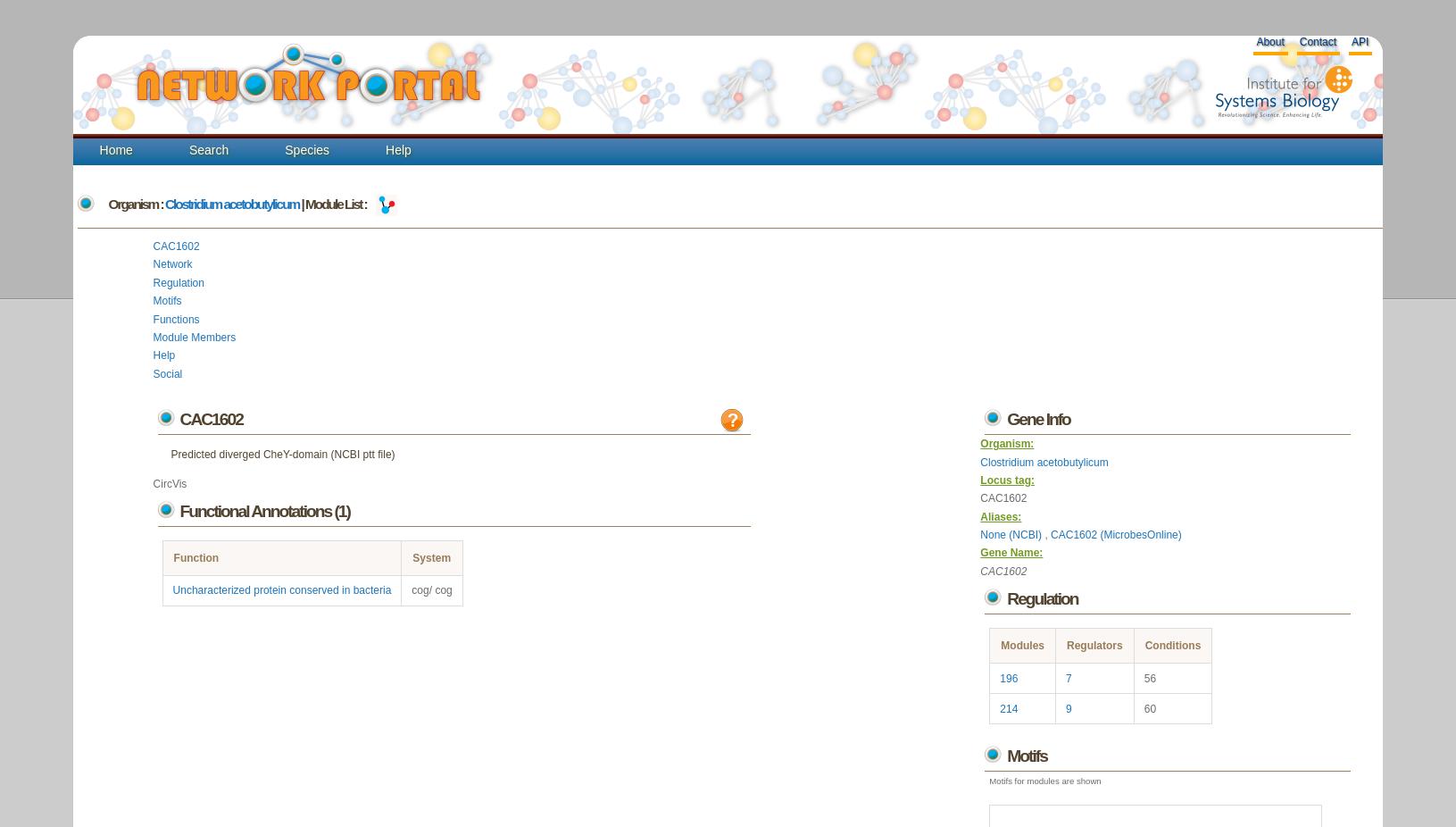  What do you see at coordinates (163, 355) in the screenshot?
I see `'Help'` at bounding box center [163, 355].